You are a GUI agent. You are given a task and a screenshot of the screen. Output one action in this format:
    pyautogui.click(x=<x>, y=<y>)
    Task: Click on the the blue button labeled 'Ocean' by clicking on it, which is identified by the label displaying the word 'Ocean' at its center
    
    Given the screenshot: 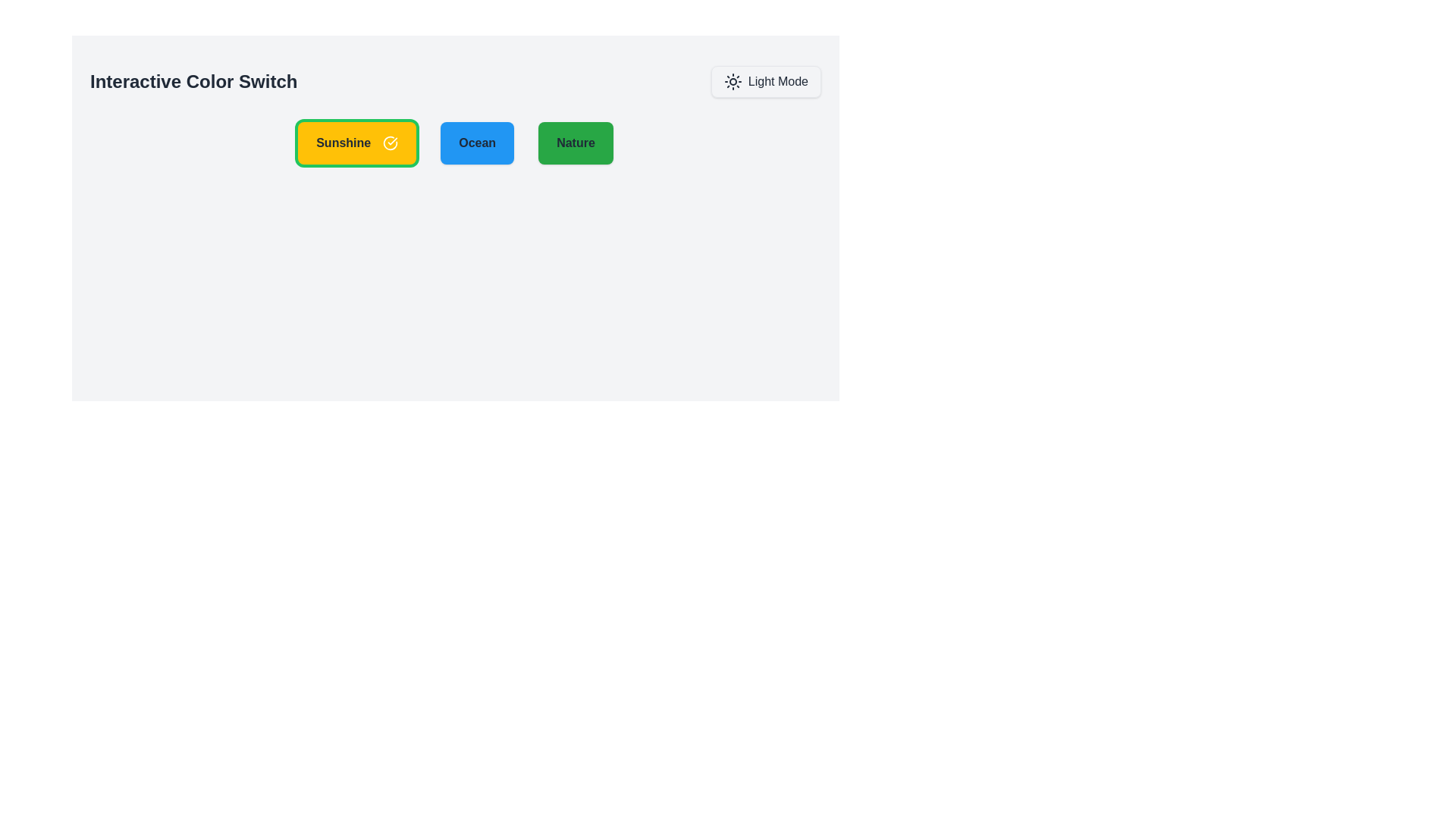 What is the action you would take?
    pyautogui.click(x=476, y=143)
    